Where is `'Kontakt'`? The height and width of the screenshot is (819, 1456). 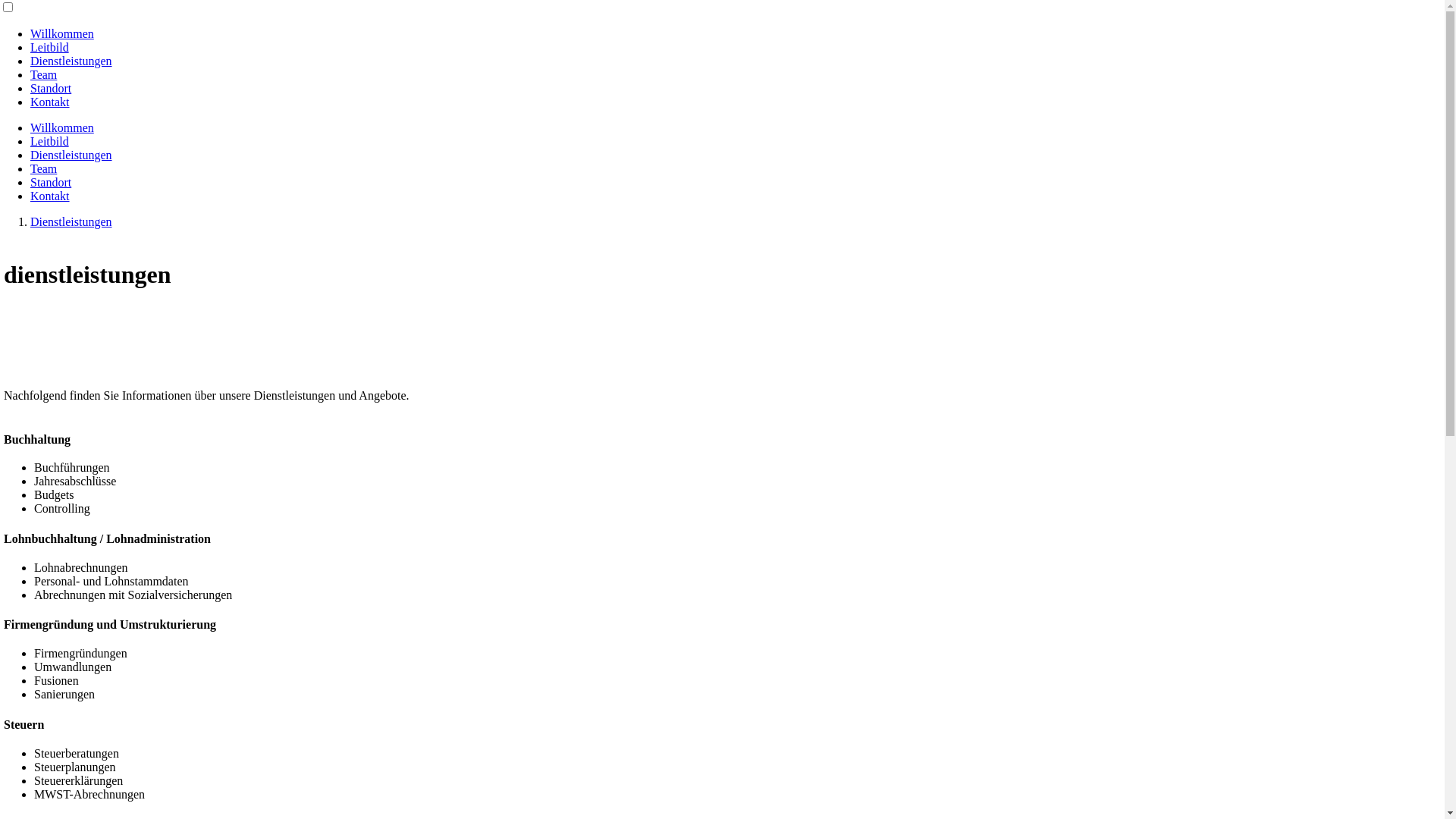 'Kontakt' is located at coordinates (50, 102).